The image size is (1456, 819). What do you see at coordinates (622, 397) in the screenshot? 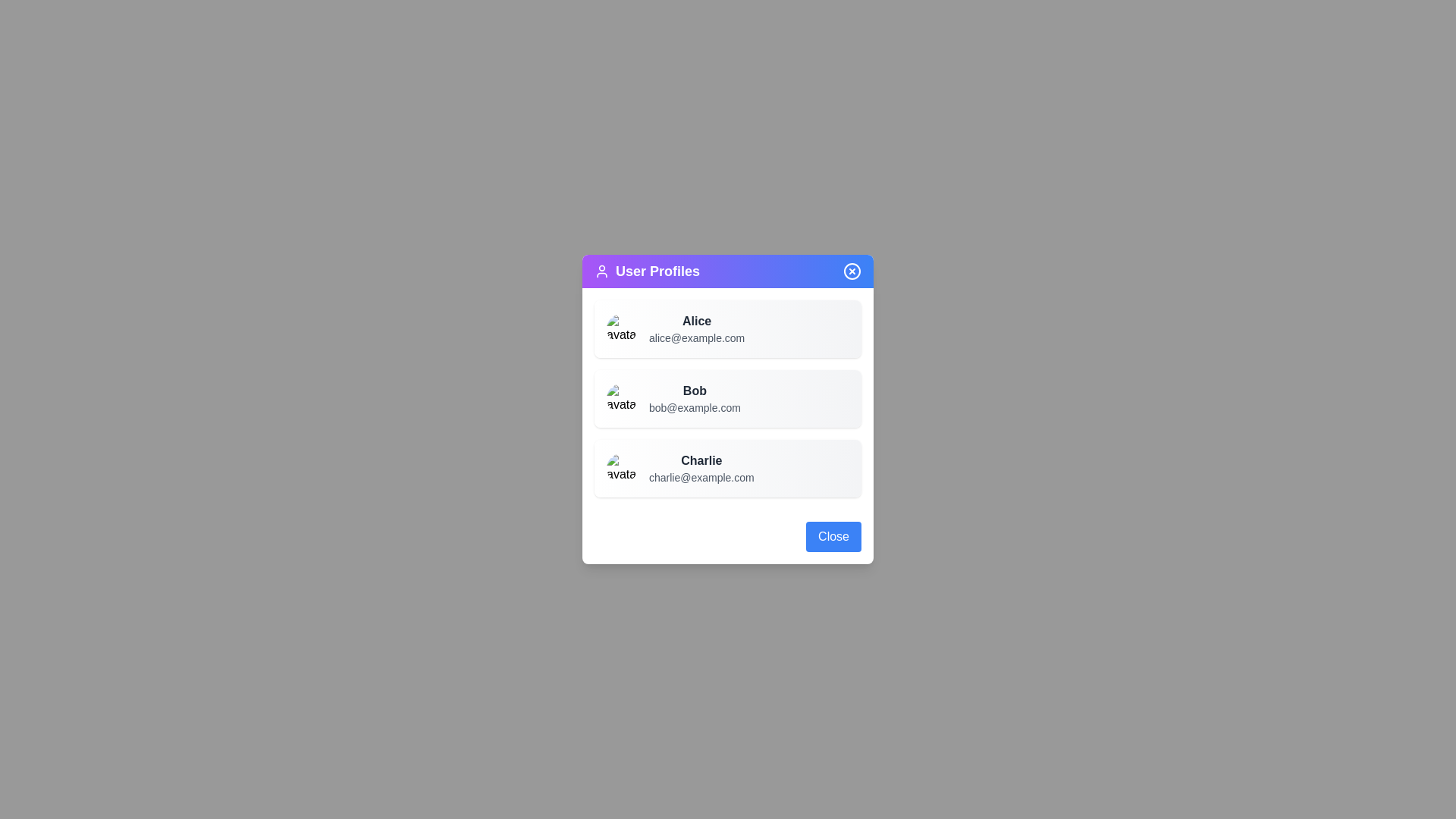
I see `the avatar of Bob to inspect their profile` at bounding box center [622, 397].